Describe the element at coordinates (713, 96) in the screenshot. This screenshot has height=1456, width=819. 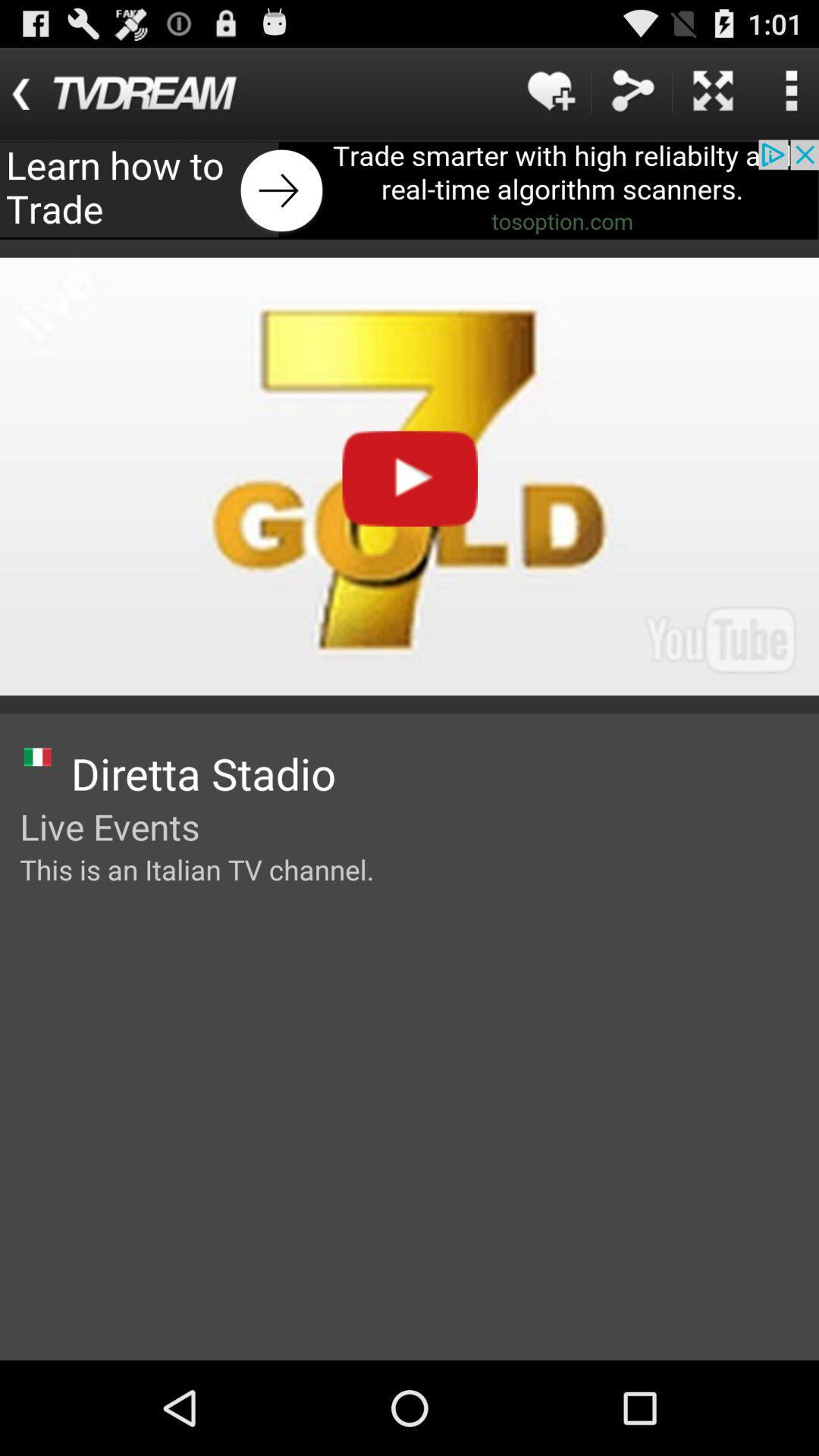
I see `the close icon` at that location.